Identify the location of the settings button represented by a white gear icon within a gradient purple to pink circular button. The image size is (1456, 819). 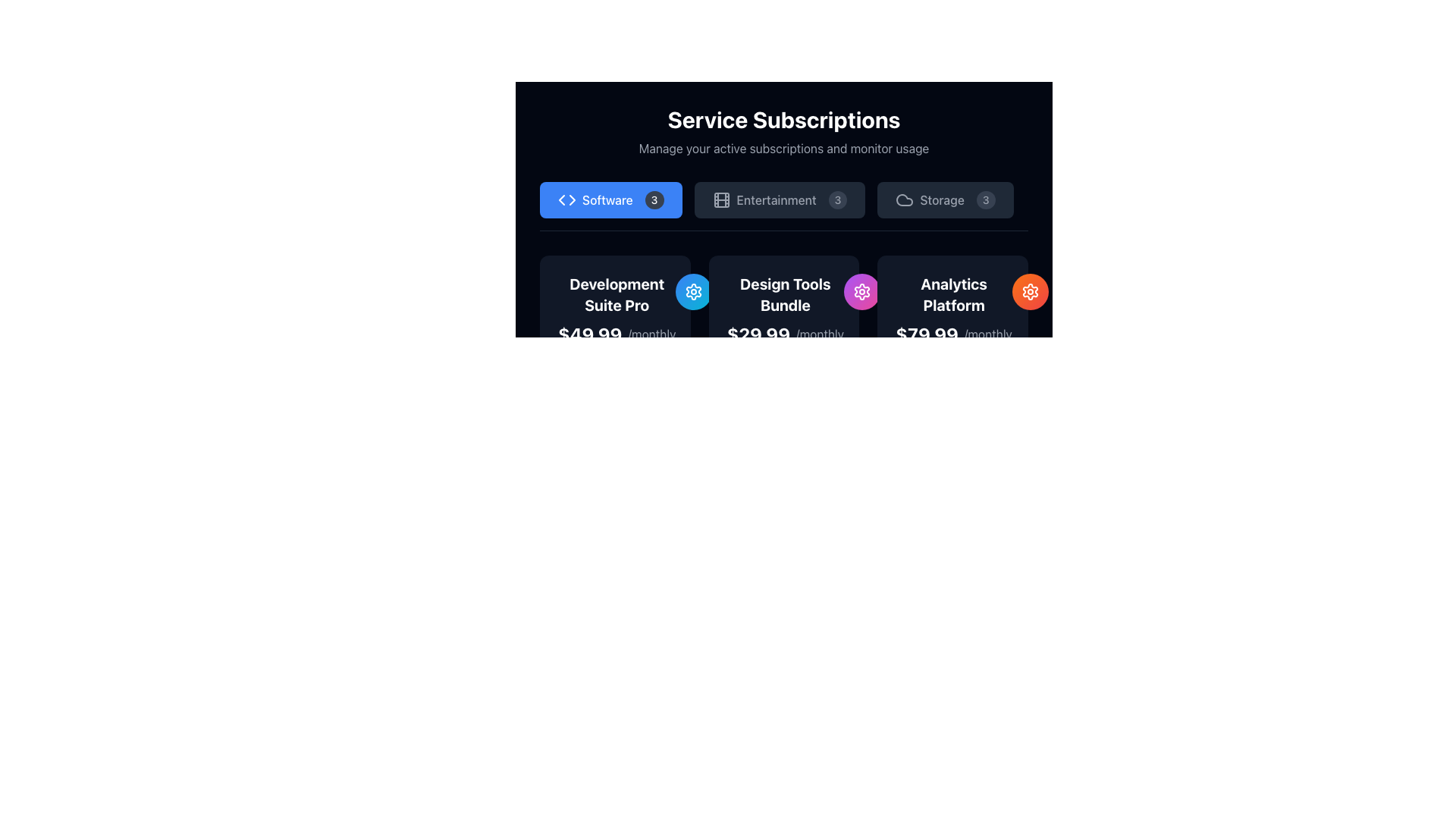
(862, 292).